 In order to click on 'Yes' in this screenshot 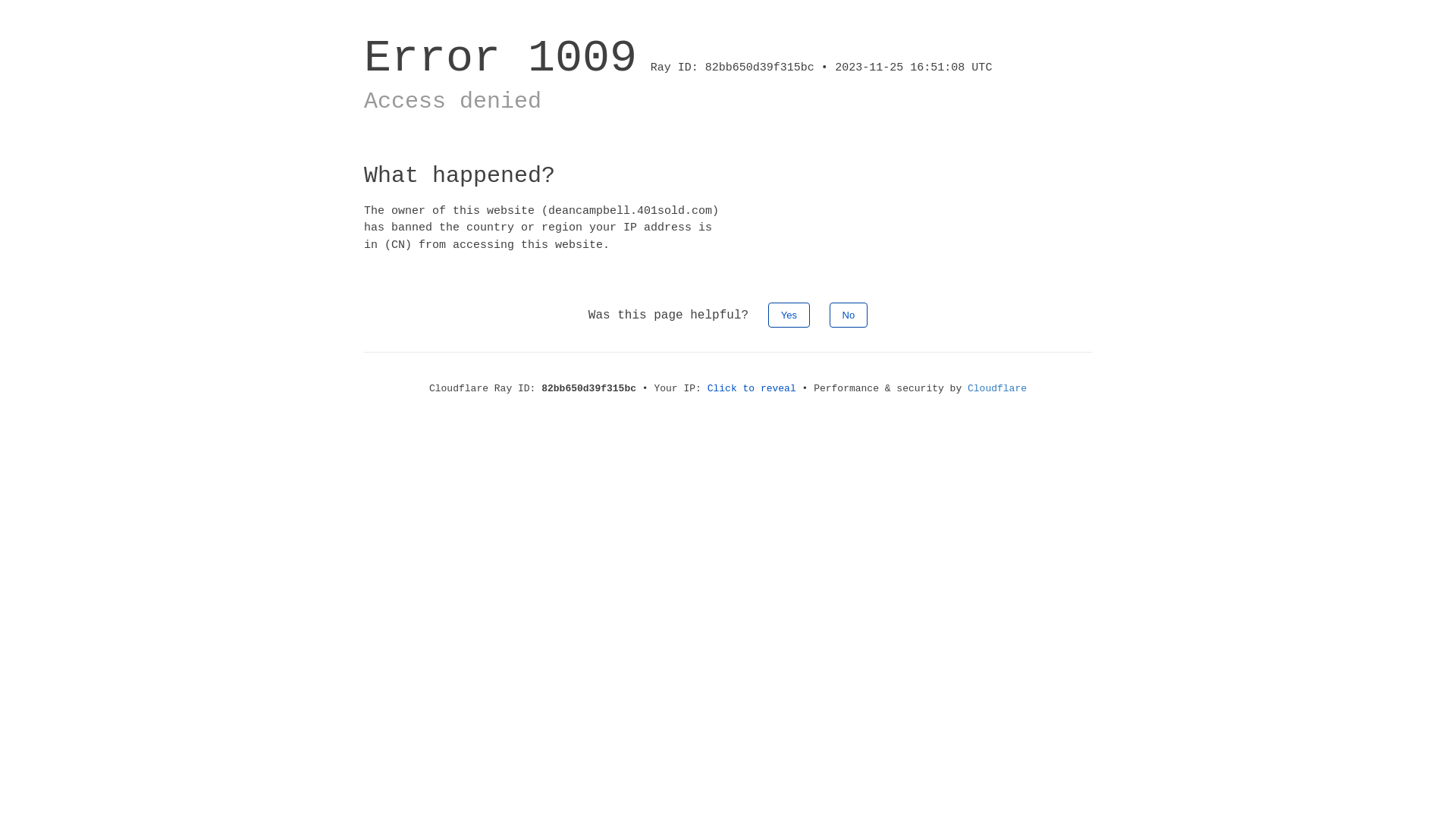, I will do `click(789, 314)`.